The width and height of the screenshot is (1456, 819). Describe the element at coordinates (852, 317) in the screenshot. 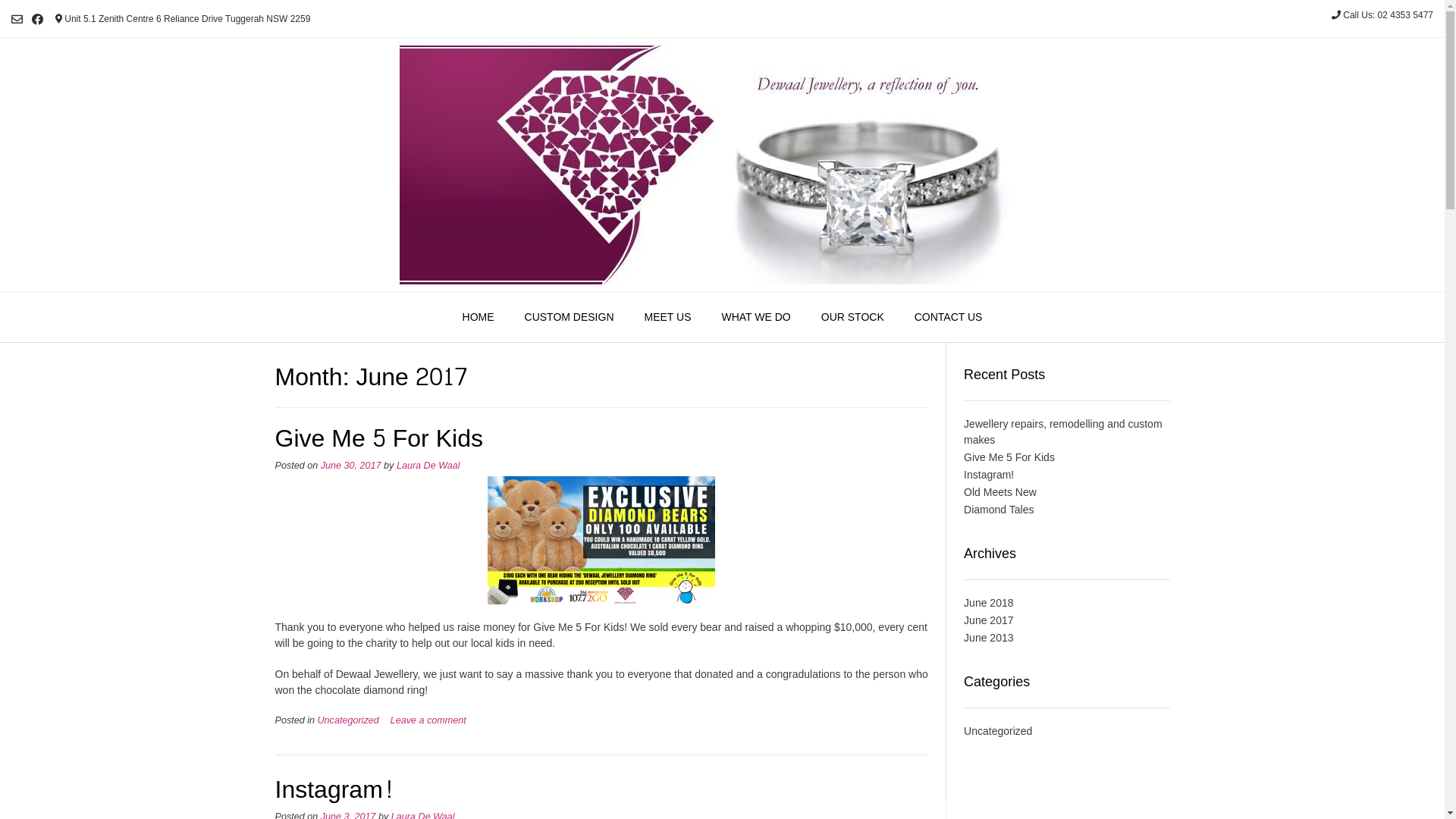

I see `'OUR STOCK'` at that location.